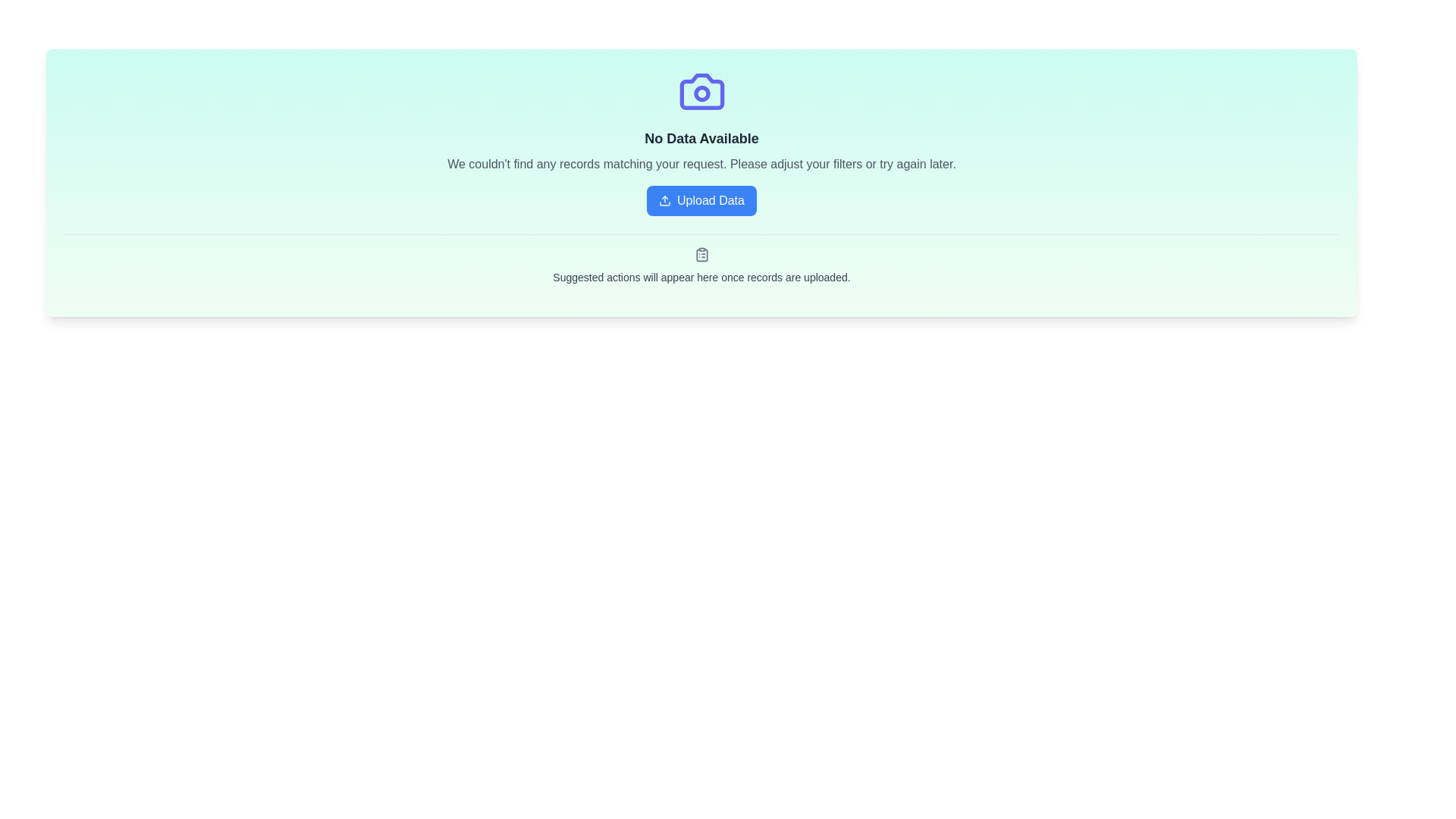 Image resolution: width=1456 pixels, height=819 pixels. I want to click on the central circular icon representing the lens area of the camera SVG icon, so click(701, 93).